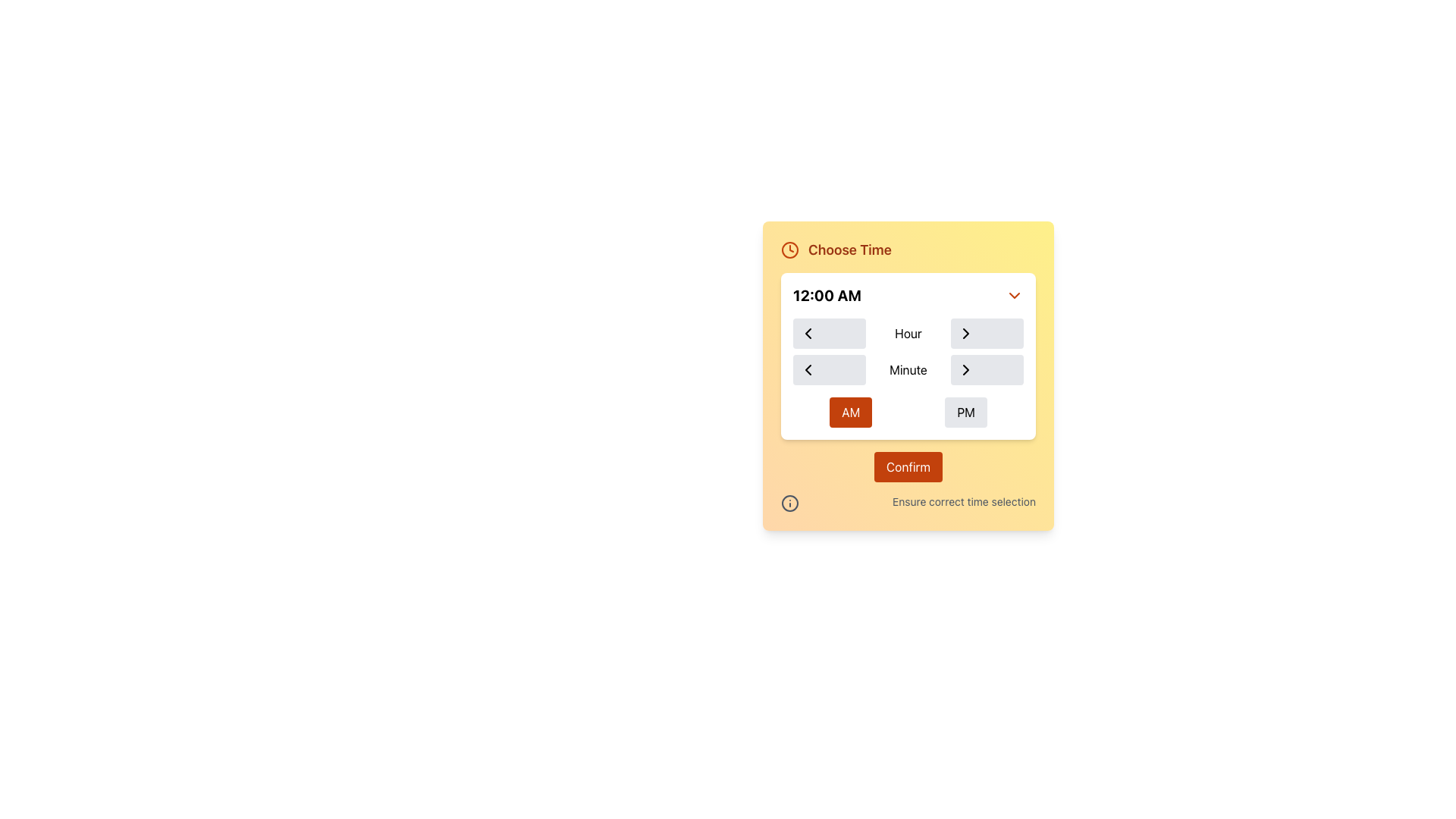 The height and width of the screenshot is (819, 1456). I want to click on the text label displaying '12:00 AM' which is prominently styled in bold and large font on the left side of the time selection panel, so click(826, 295).